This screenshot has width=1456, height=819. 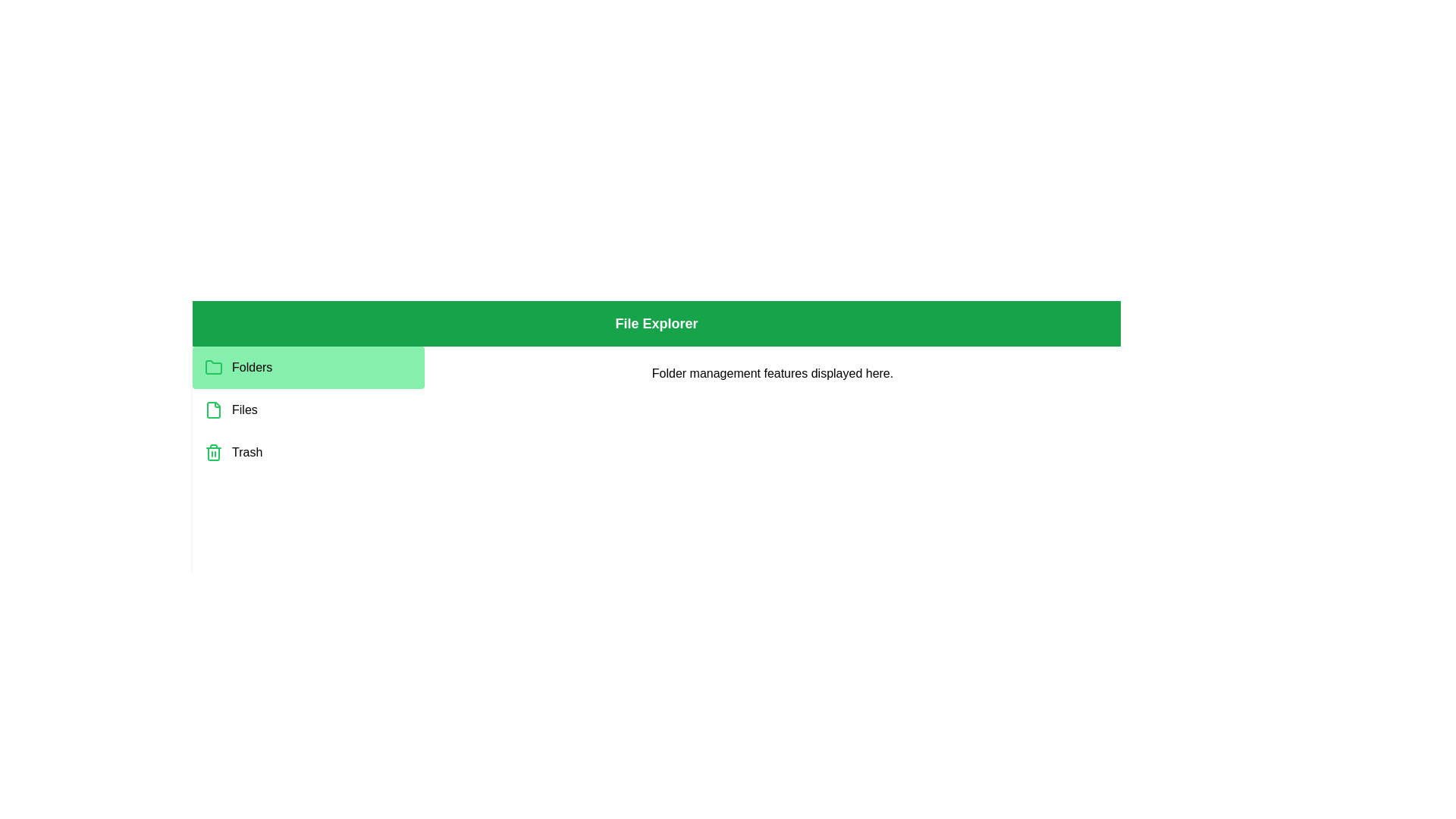 I want to click on the Folders menu by clicking on its corresponding menu item, so click(x=308, y=368).